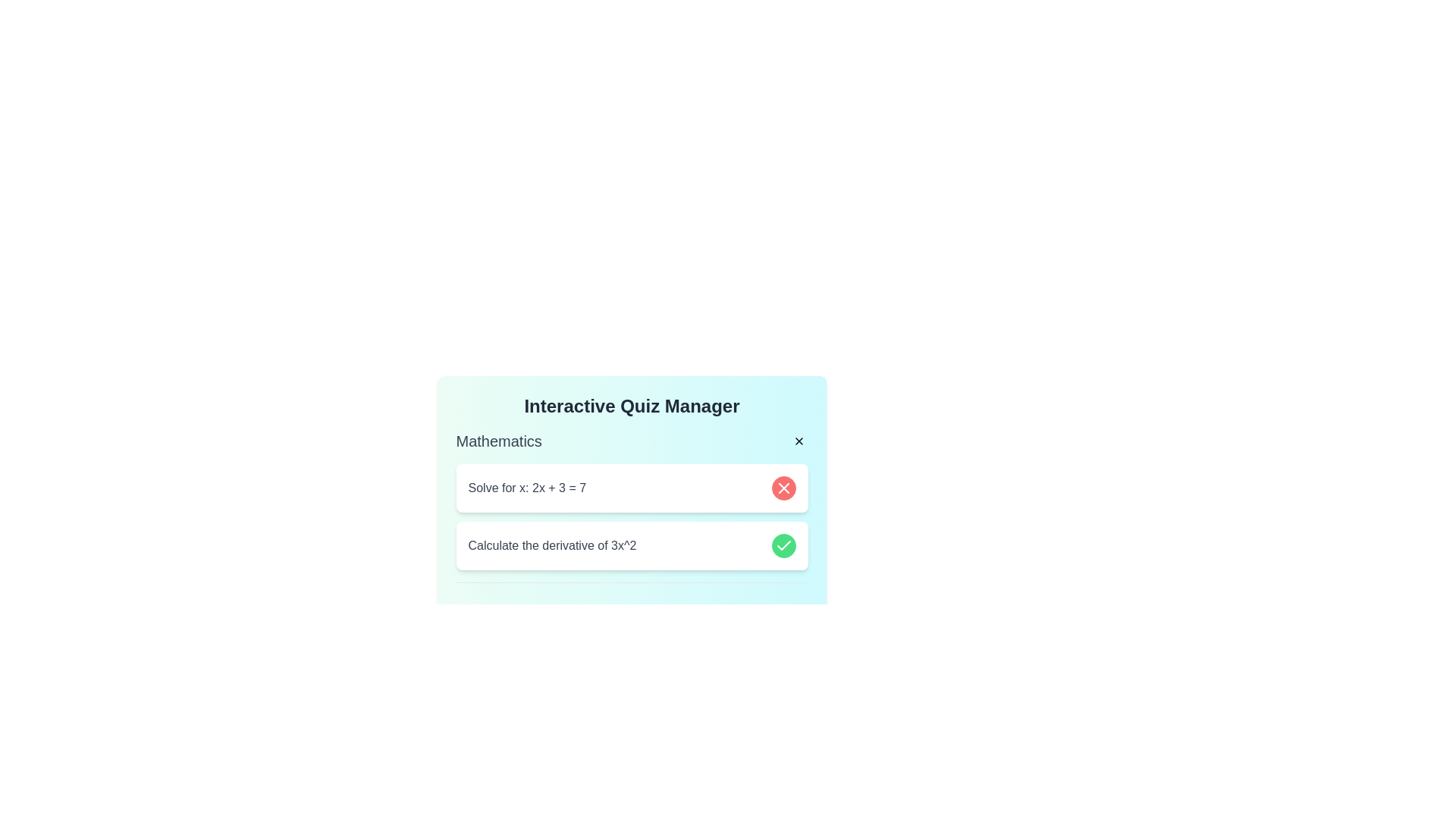  What do you see at coordinates (632, 532) in the screenshot?
I see `the green button on the second question card below the heading 'Mathematics' in the 'Interactive Quiz Manager' section to confirm the answer` at bounding box center [632, 532].